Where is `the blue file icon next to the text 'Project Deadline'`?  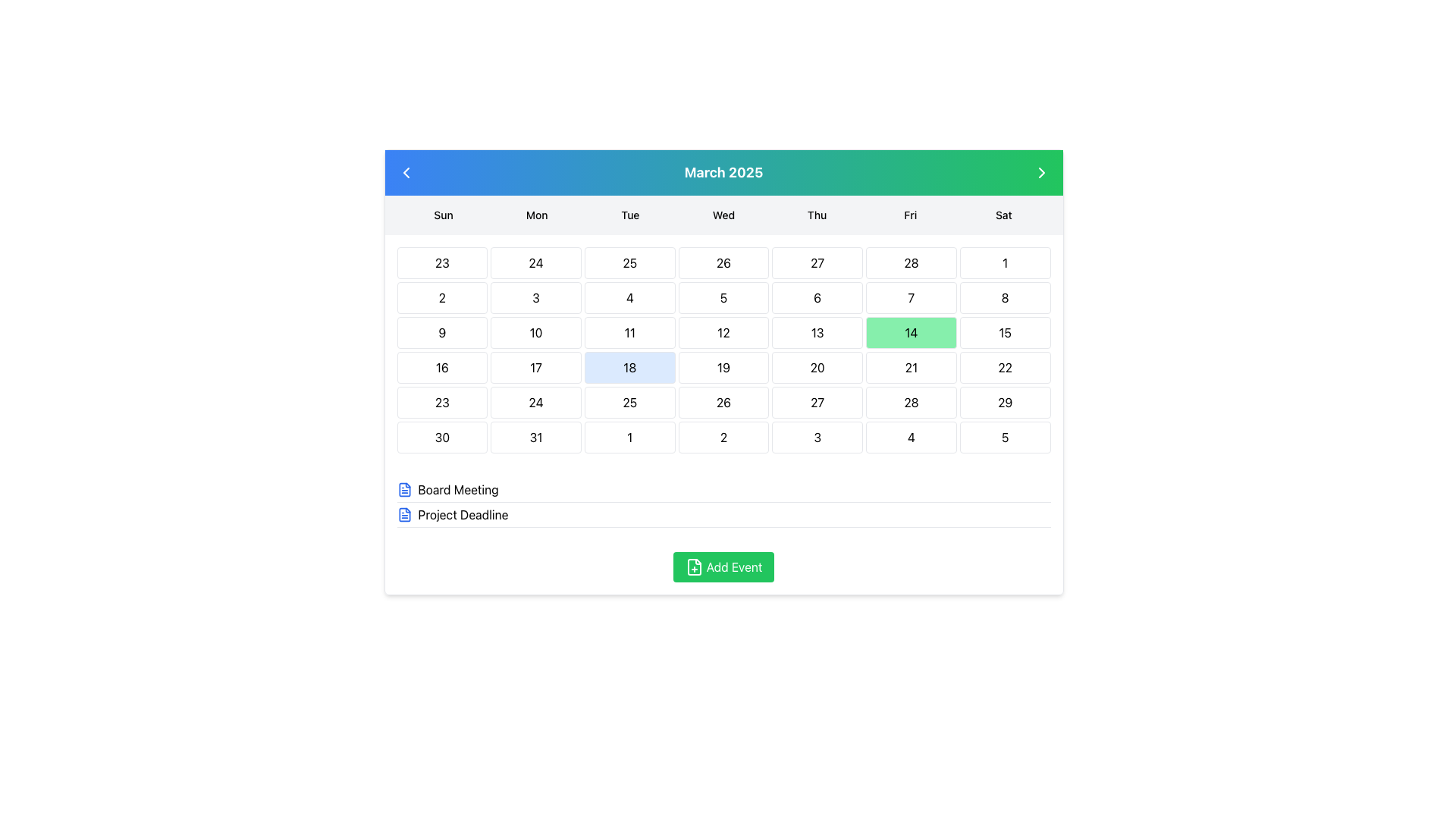 the blue file icon next to the text 'Project Deadline' is located at coordinates (404, 513).